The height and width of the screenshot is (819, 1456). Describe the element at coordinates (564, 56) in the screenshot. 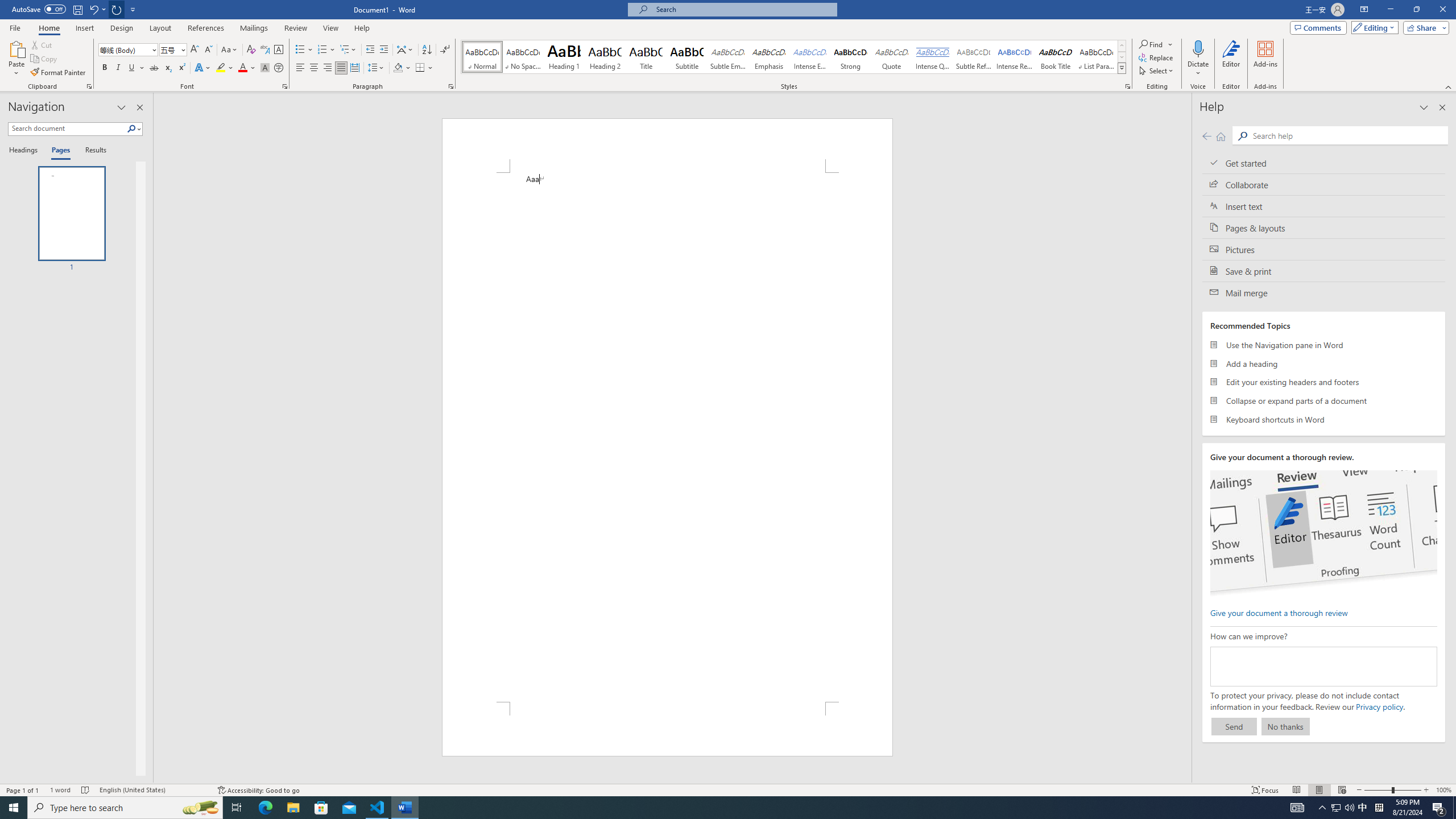

I see `'Heading 1'` at that location.